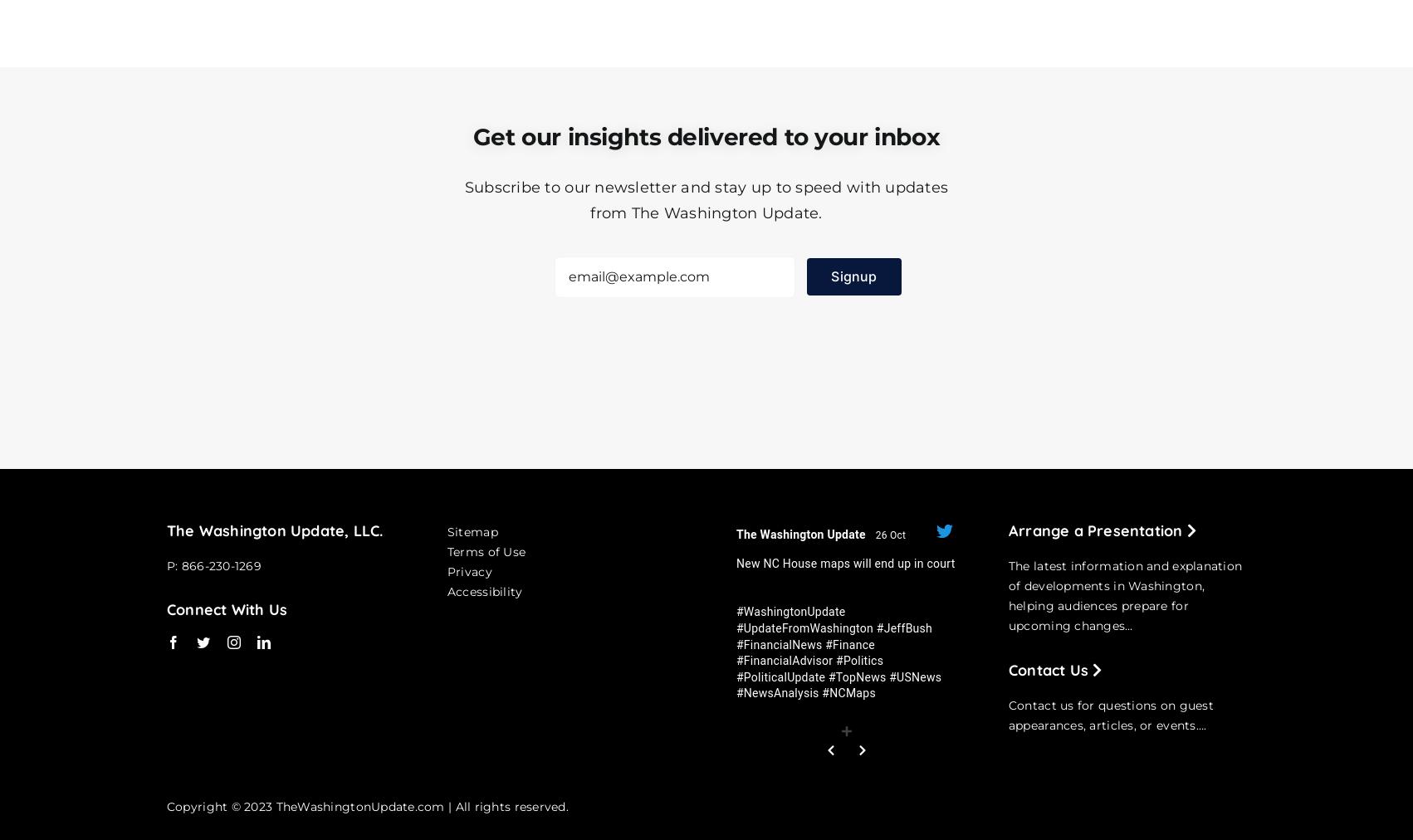 This screenshot has height=840, width=1413. What do you see at coordinates (446, 570) in the screenshot?
I see `'Privacy'` at bounding box center [446, 570].